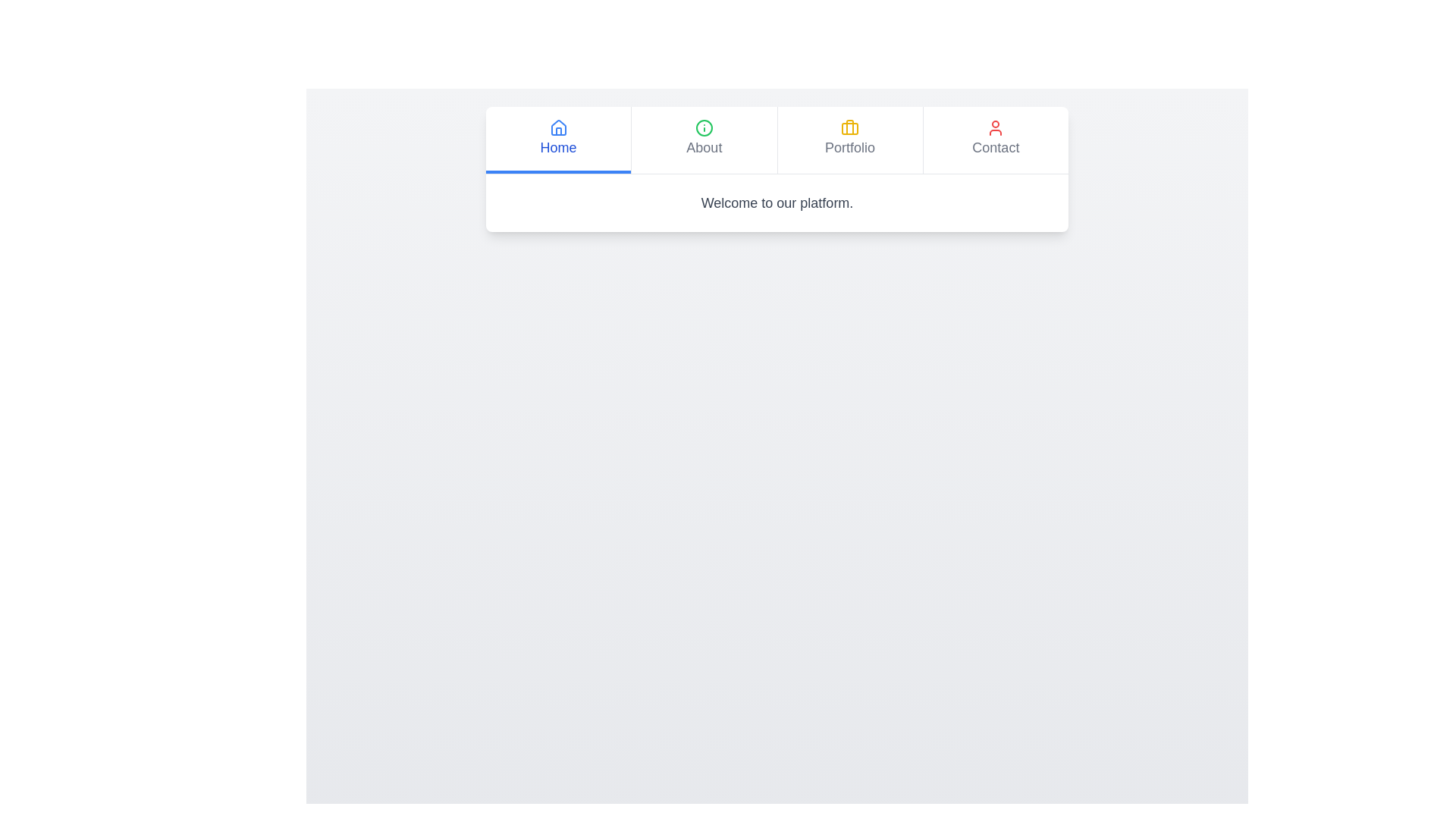  I want to click on the tab labeled 'Portfolio' to observe the visual feedback, so click(849, 140).